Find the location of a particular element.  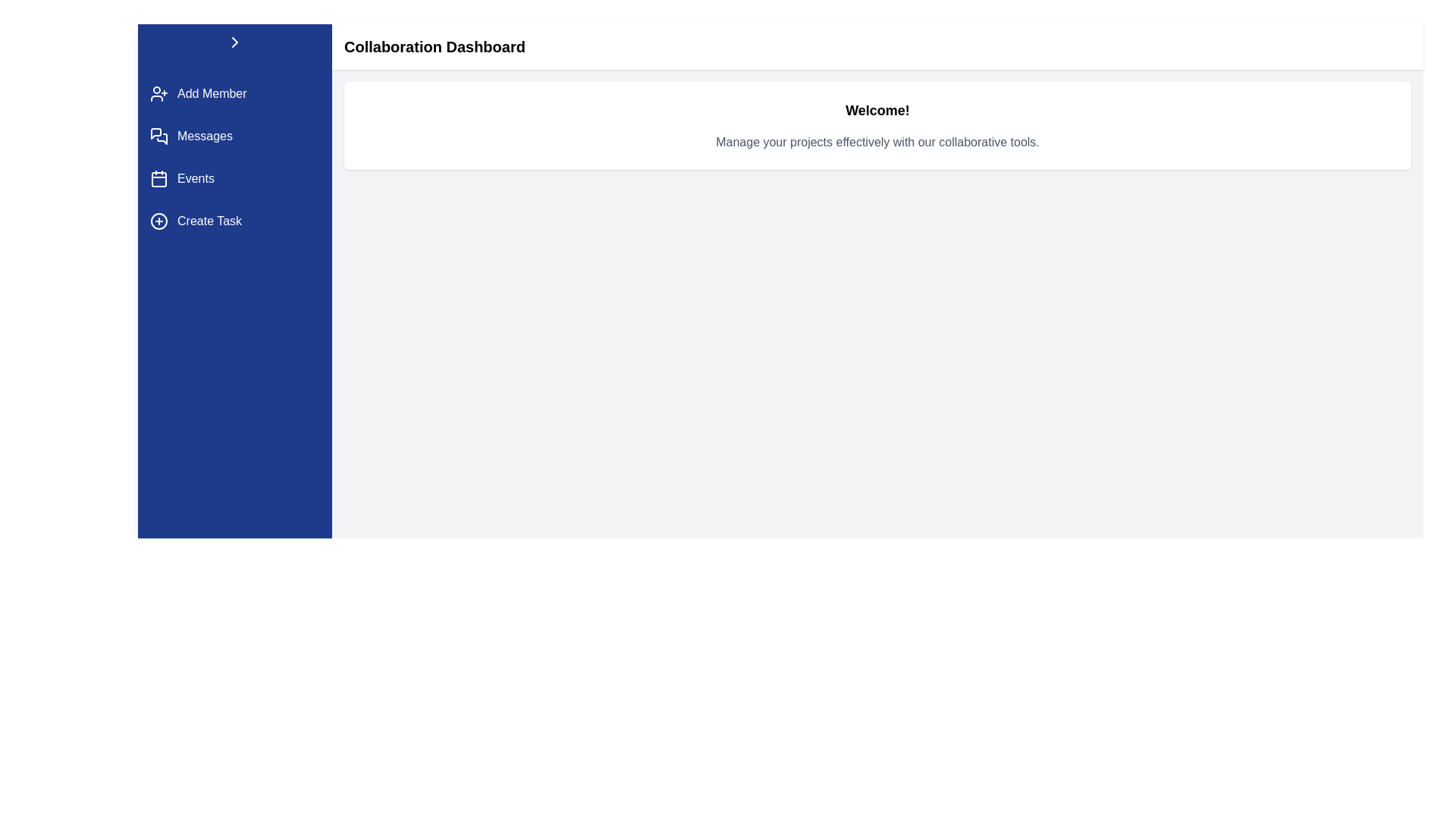

the small right-pointing arrow icon, which is rendered in white on a blue background and located at the top-left part of the vertical blue sidebar is located at coordinates (234, 42).